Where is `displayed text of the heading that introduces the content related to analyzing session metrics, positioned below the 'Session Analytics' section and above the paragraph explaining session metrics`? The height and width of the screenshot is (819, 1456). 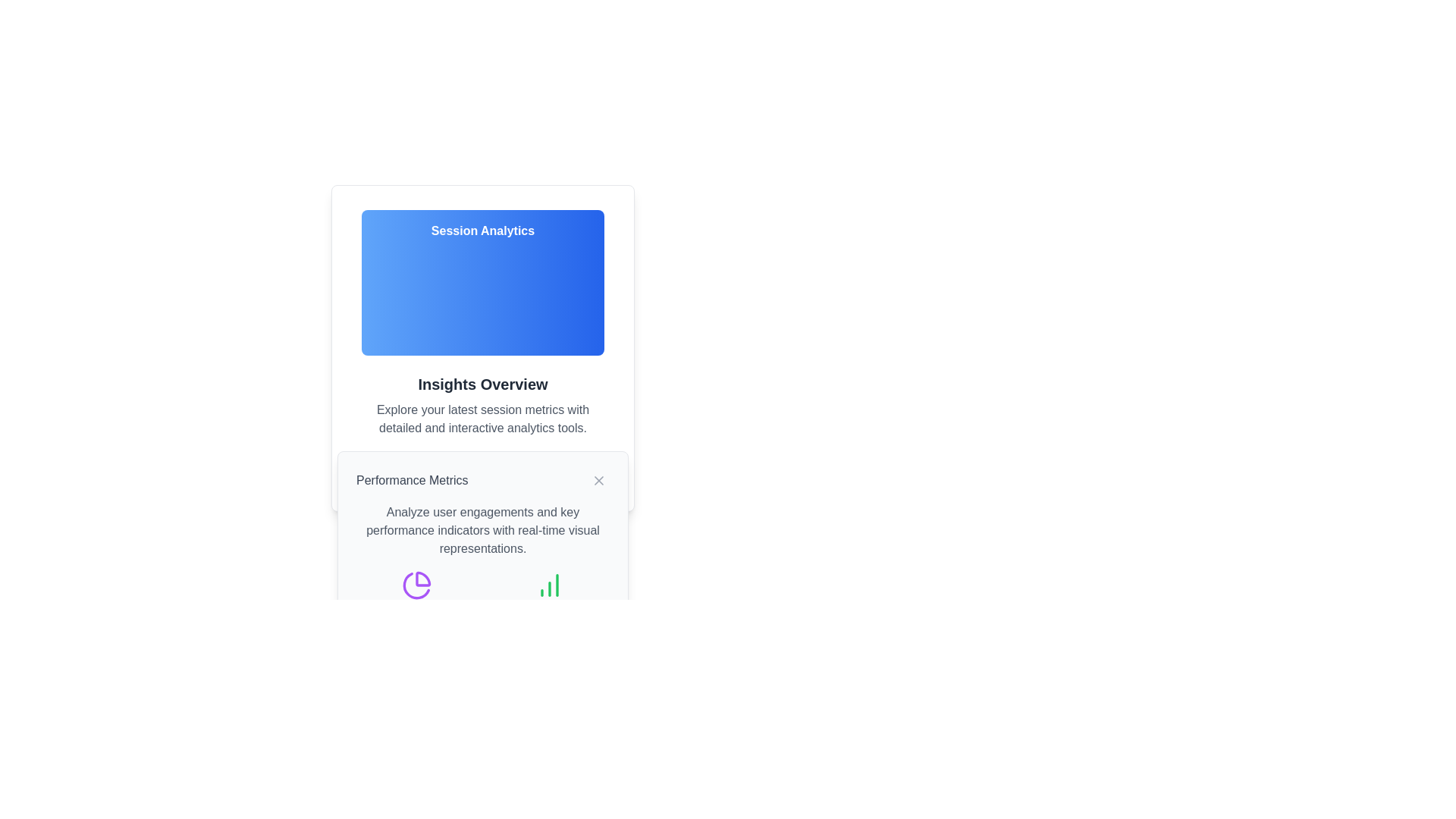 displayed text of the heading that introduces the content related to analyzing session metrics, positioned below the 'Session Analytics' section and above the paragraph explaining session metrics is located at coordinates (482, 383).